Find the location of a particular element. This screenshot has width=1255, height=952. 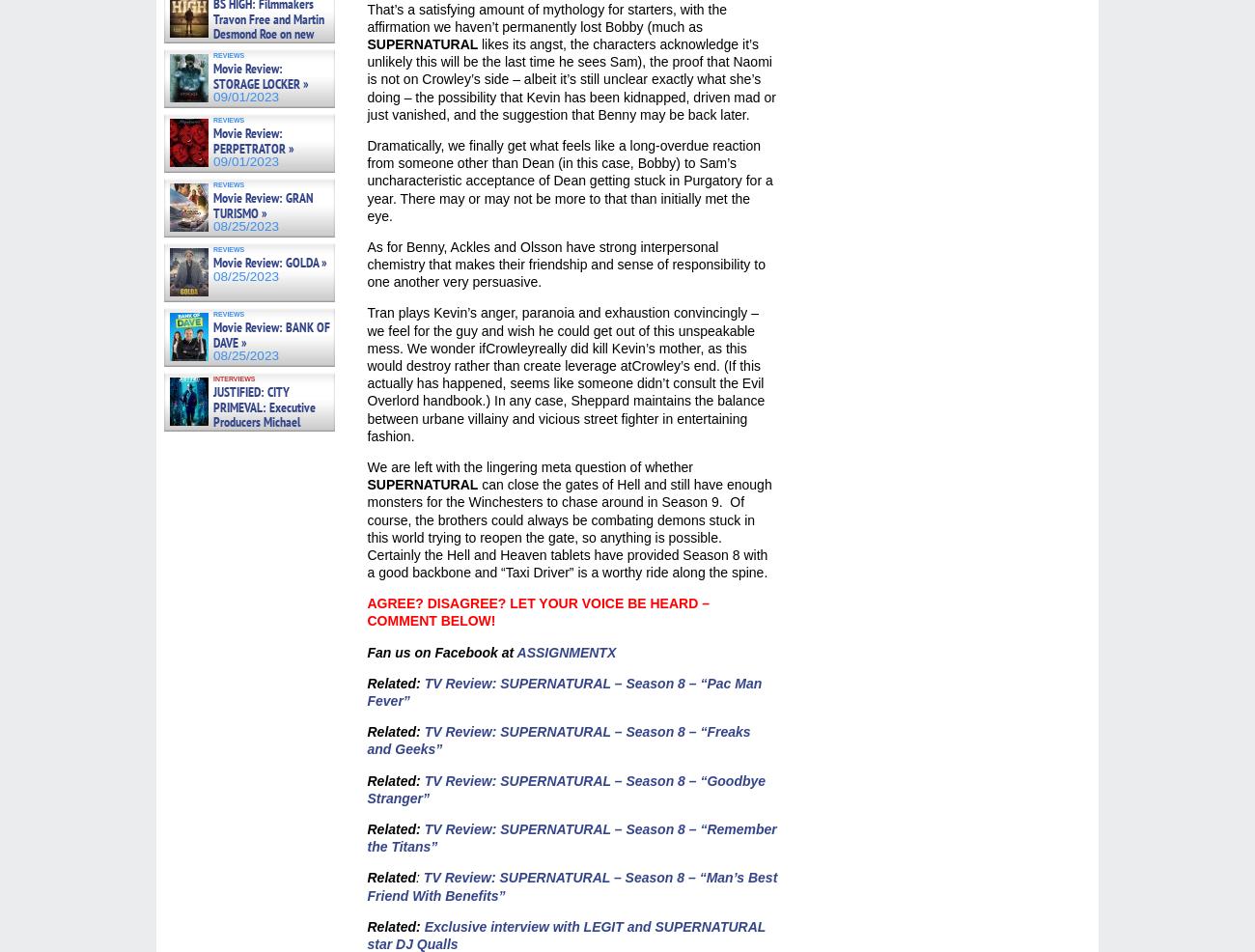

'likes its angst, the characters acknowledge it’s unlikely this will be the last time he sees Sam), the proof that Naomi is not on Crowley’s side – albeit it’s still unclear exactly what she’s doing – the possibility that Kevin has been kidnapped, driven mad or just vanished, and the suggestion that Benny may be back later.' is located at coordinates (365, 78).